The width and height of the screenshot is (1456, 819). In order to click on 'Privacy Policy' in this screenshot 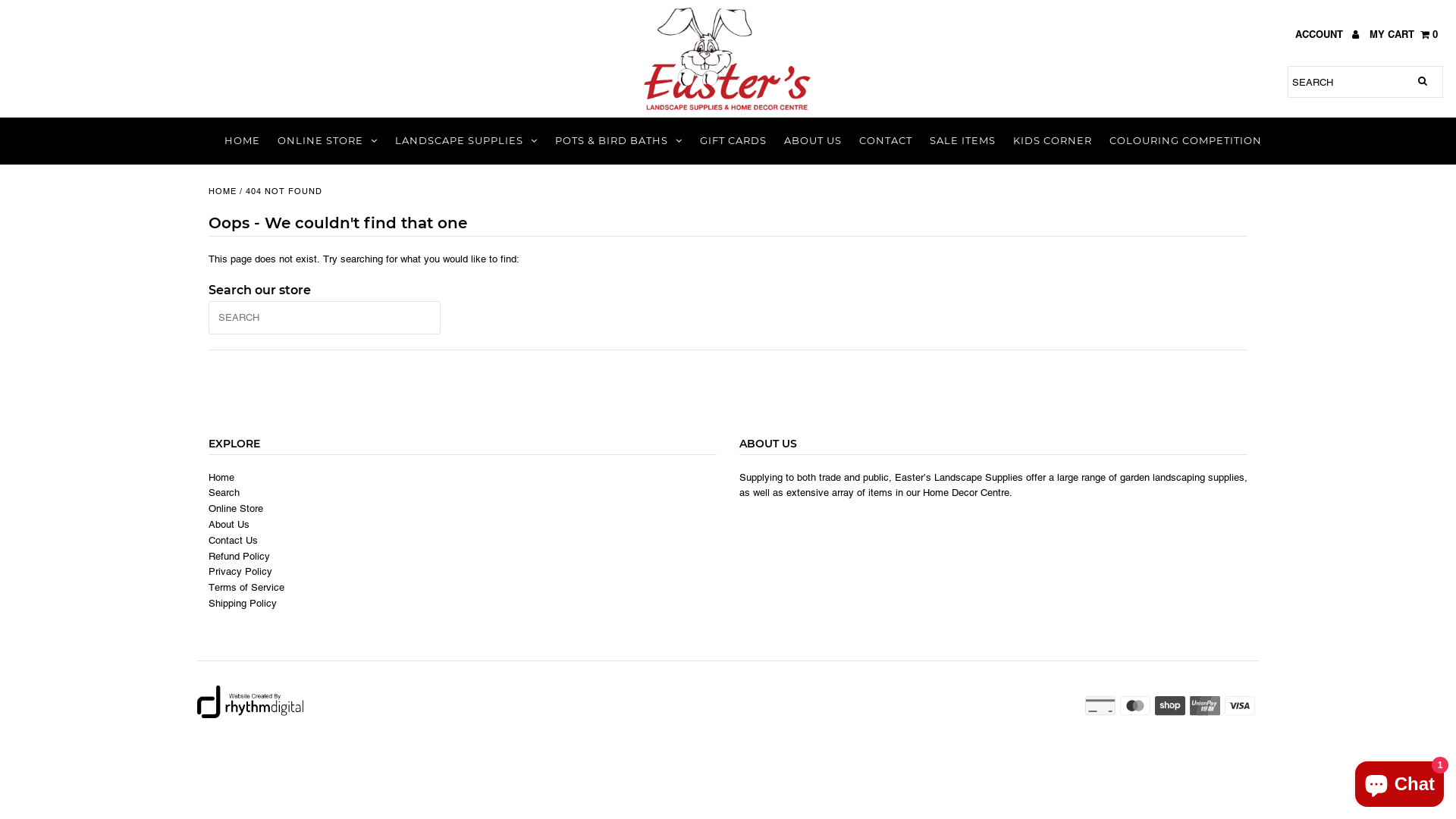, I will do `click(207, 571)`.